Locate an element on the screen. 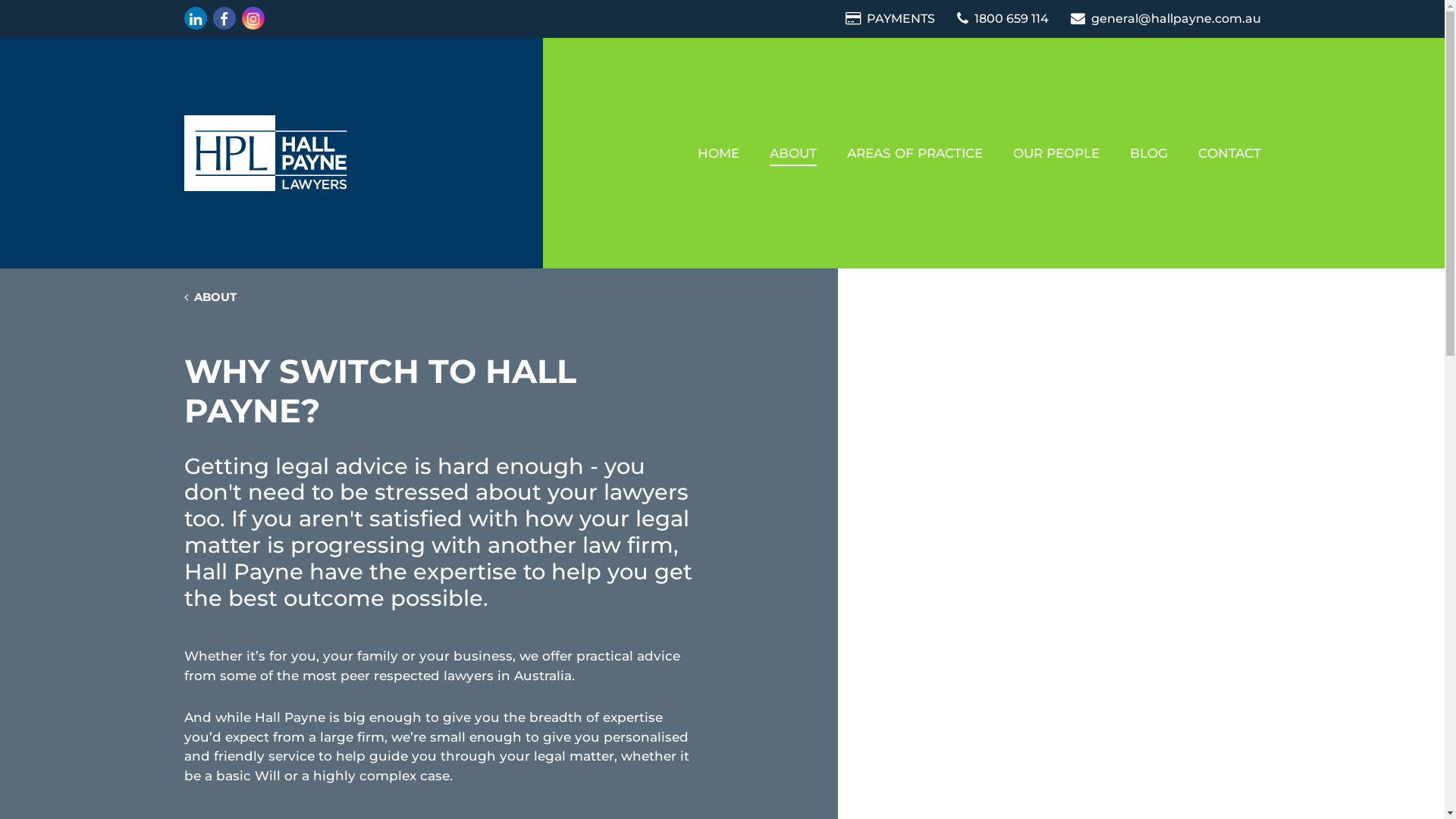  '  general@hallpayne.com.au' is located at coordinates (1069, 18).